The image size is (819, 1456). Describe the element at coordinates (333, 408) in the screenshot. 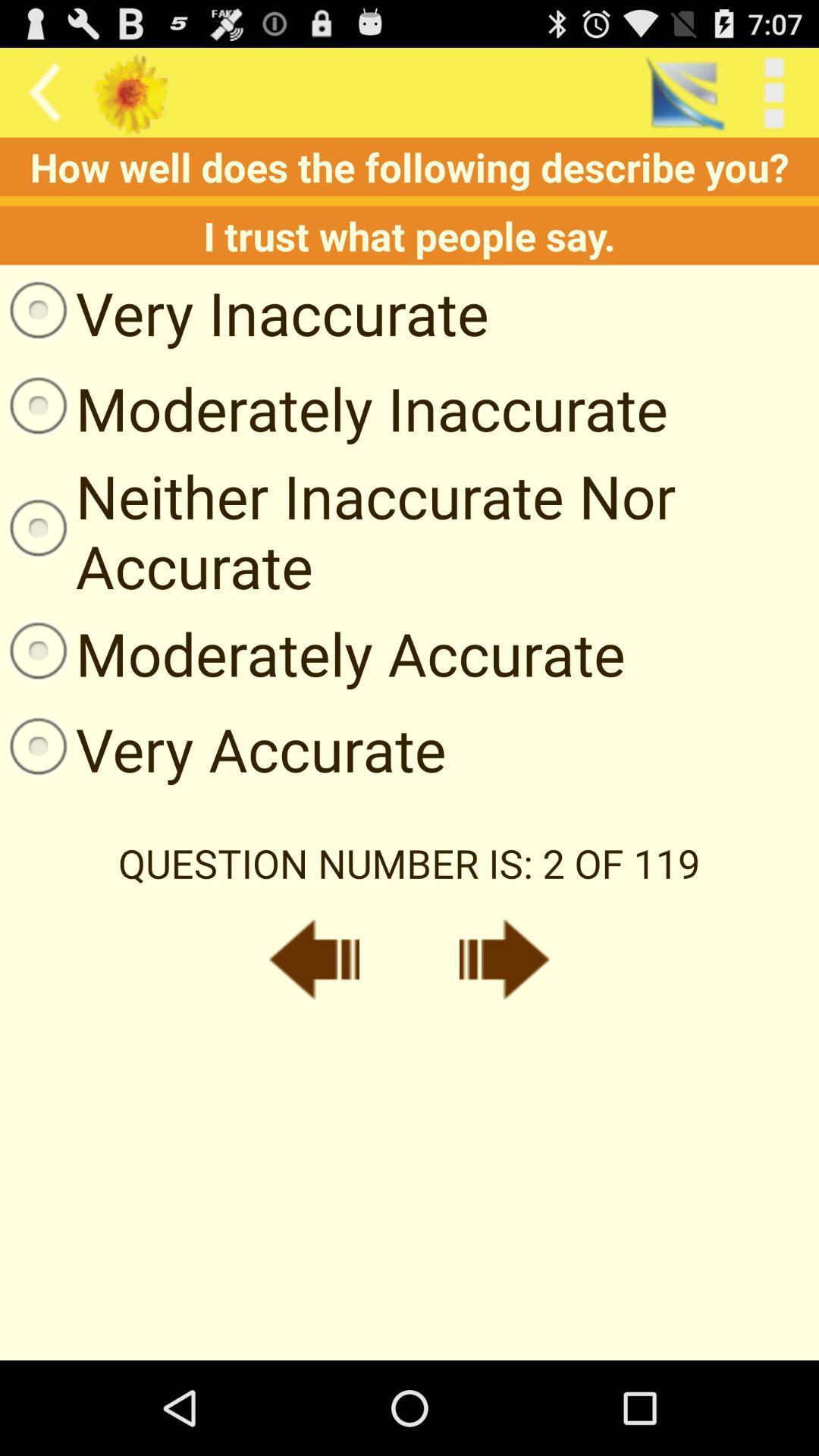

I see `the item below very inaccurate icon` at that location.